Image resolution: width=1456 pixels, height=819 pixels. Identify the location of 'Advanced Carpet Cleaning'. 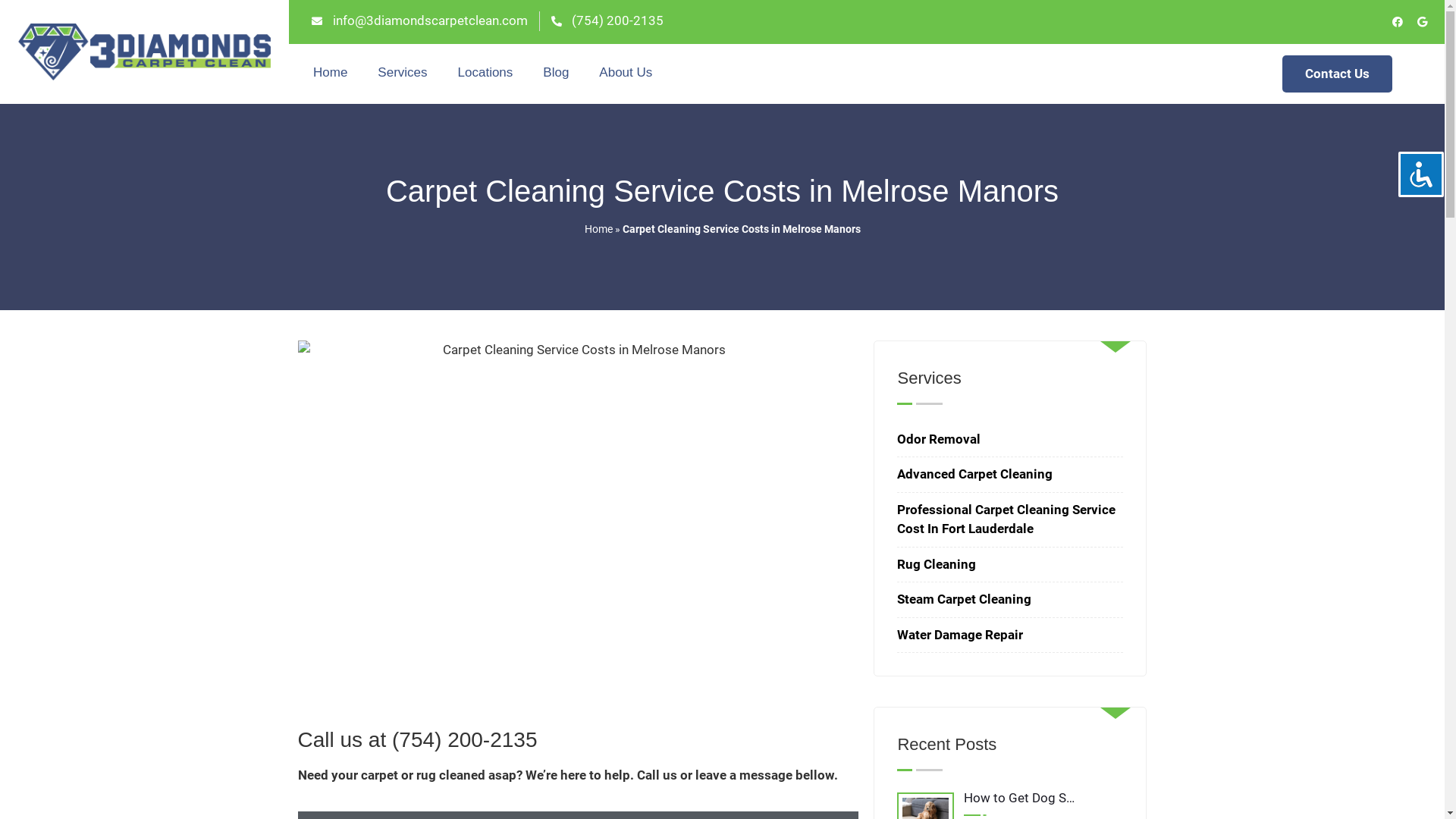
(974, 472).